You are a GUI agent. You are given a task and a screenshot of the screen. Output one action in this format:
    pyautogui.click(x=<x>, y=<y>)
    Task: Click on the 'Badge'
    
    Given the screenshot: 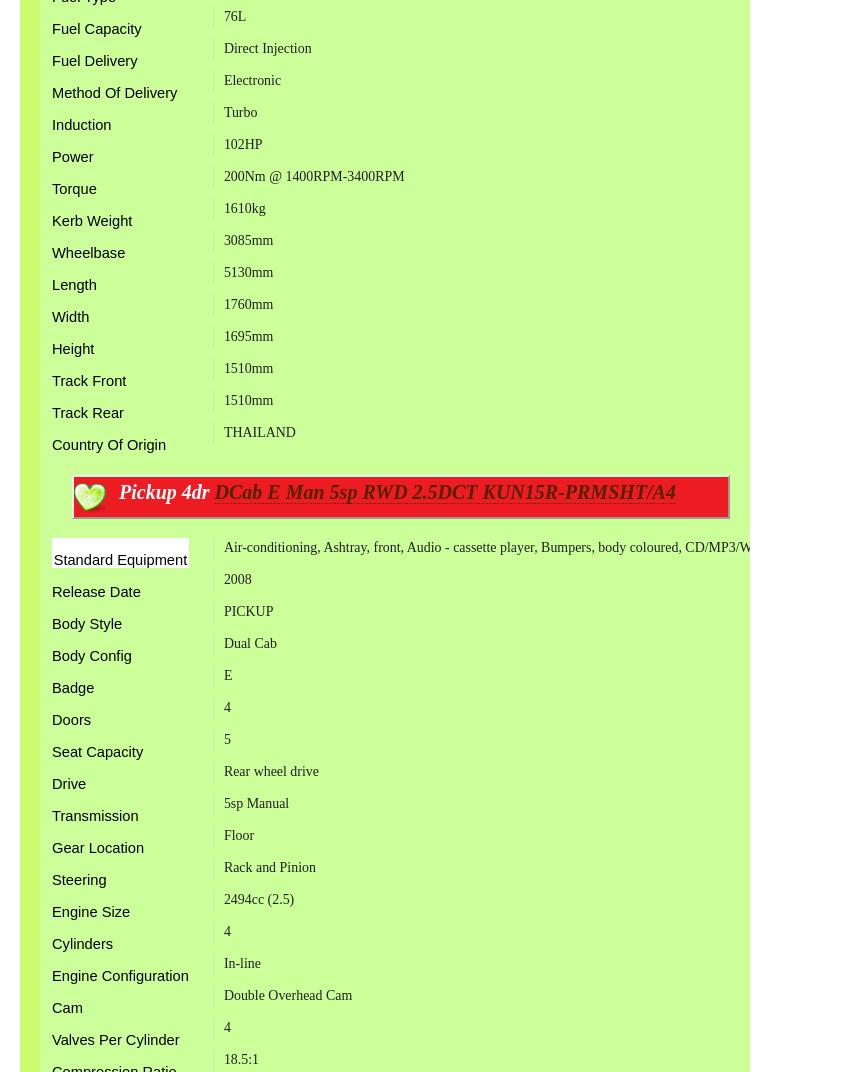 What is the action you would take?
    pyautogui.click(x=50, y=686)
    